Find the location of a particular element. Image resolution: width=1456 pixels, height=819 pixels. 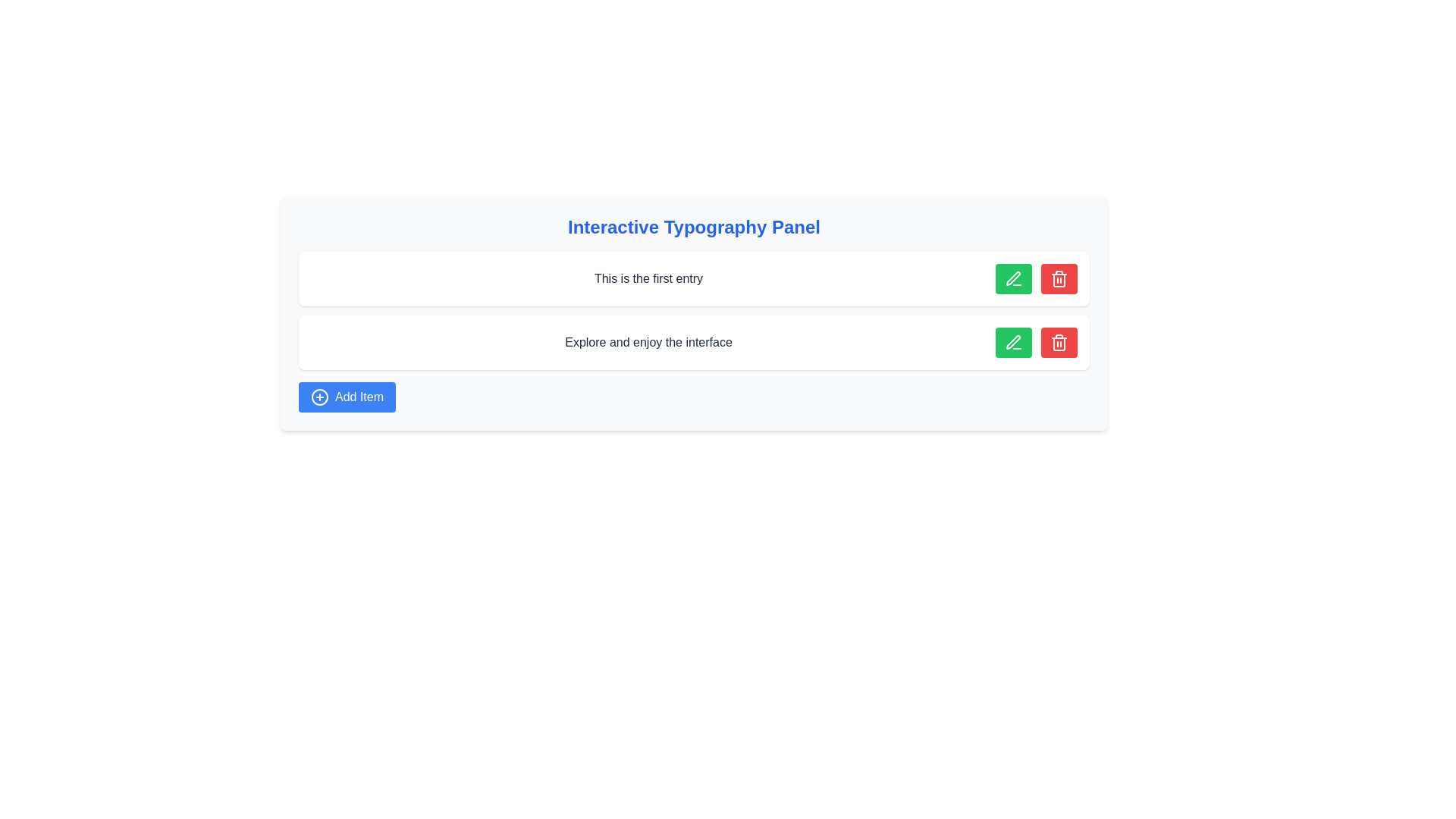

the button located in the 'Interactive Typography Panel' that allows users to add a new item or entry, positioned below two content blocks and at the bottom-left of the panel is located at coordinates (347, 397).